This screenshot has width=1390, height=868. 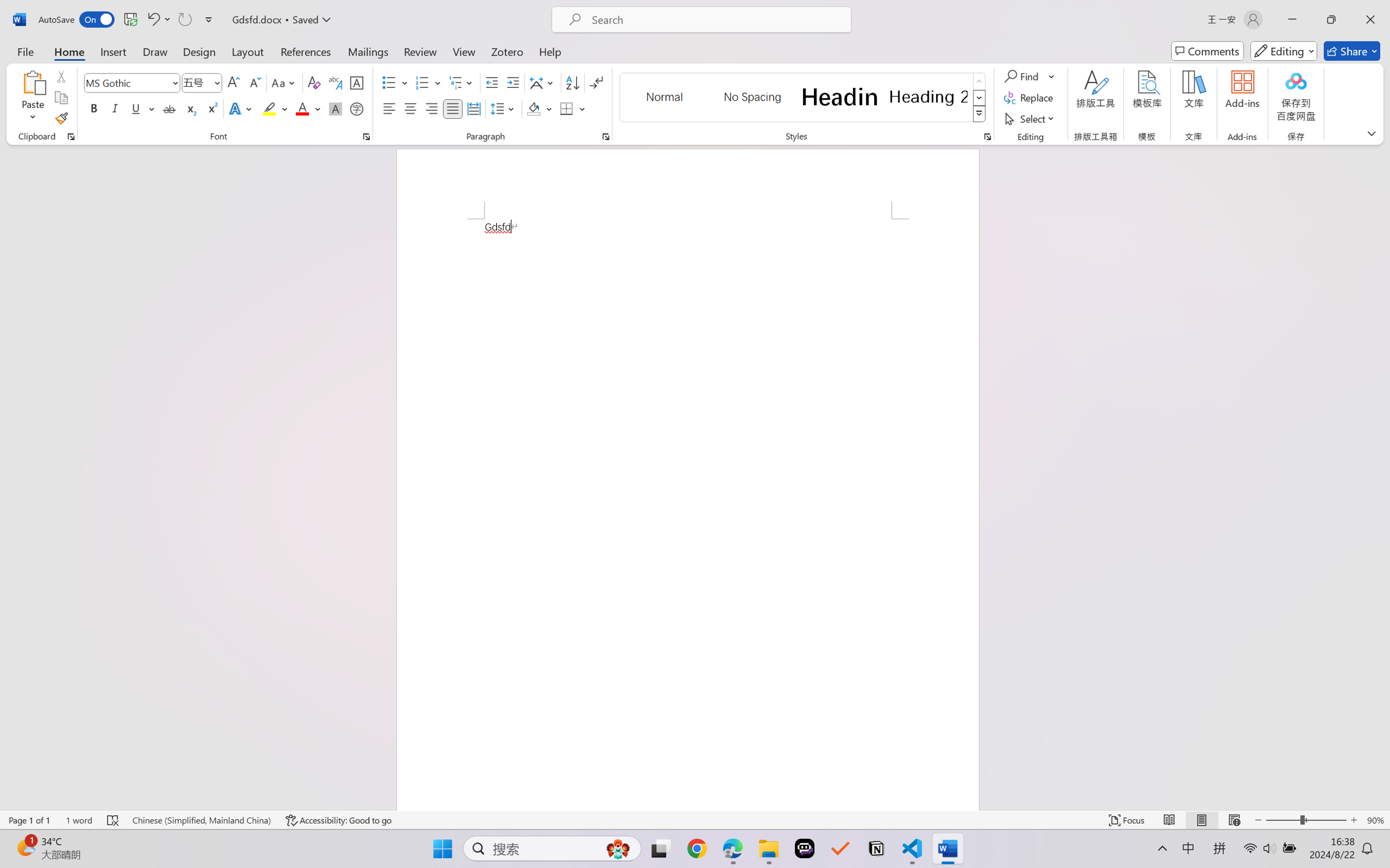 What do you see at coordinates (1029, 98) in the screenshot?
I see `'Replace...'` at bounding box center [1029, 98].